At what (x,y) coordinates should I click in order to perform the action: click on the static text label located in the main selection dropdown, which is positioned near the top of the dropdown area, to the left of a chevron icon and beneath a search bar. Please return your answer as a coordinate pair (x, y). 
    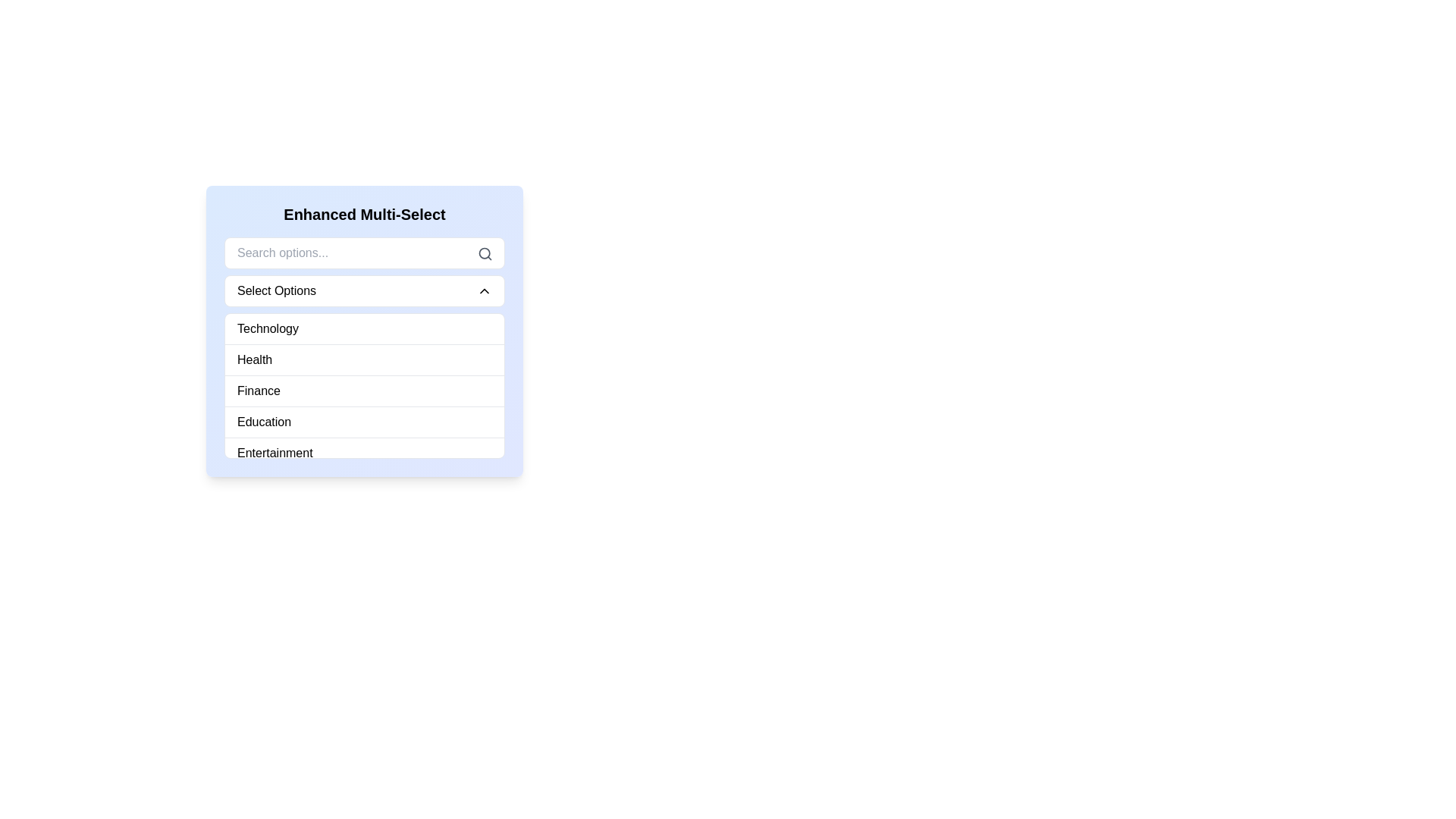
    Looking at the image, I should click on (276, 291).